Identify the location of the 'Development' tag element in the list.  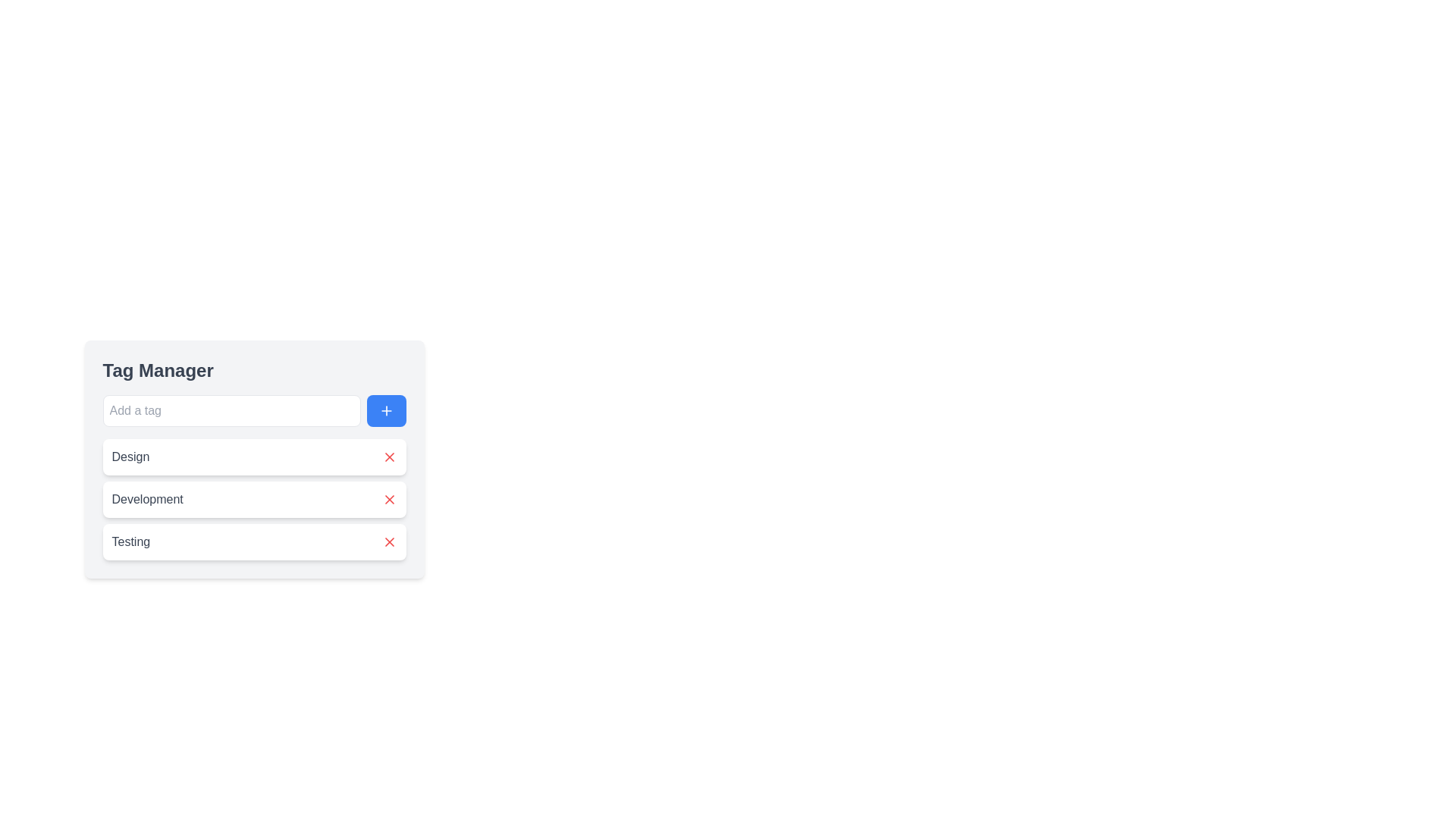
(254, 500).